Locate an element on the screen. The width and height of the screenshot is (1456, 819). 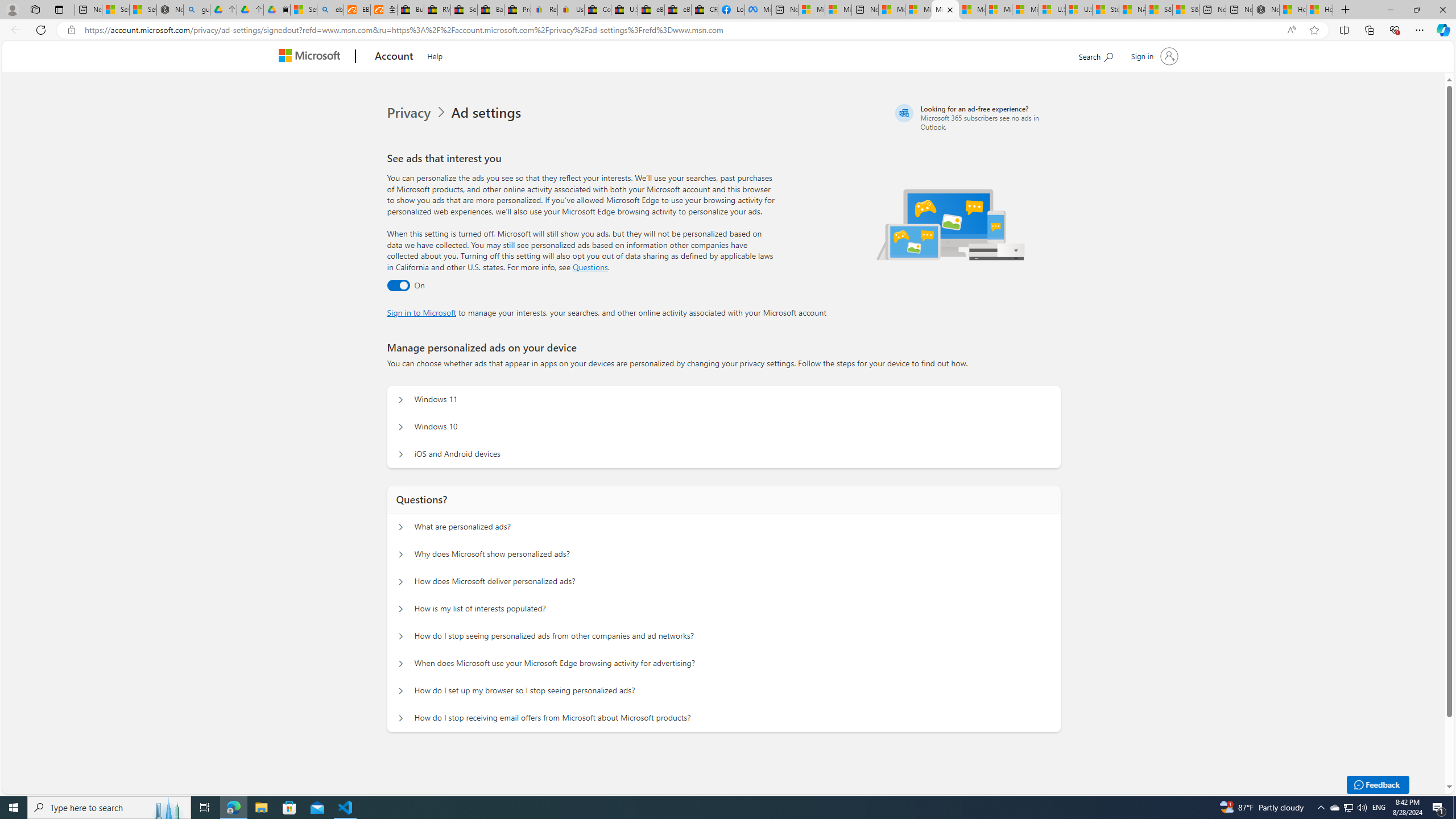
'Search Microsoft.com' is located at coordinates (1095, 55).